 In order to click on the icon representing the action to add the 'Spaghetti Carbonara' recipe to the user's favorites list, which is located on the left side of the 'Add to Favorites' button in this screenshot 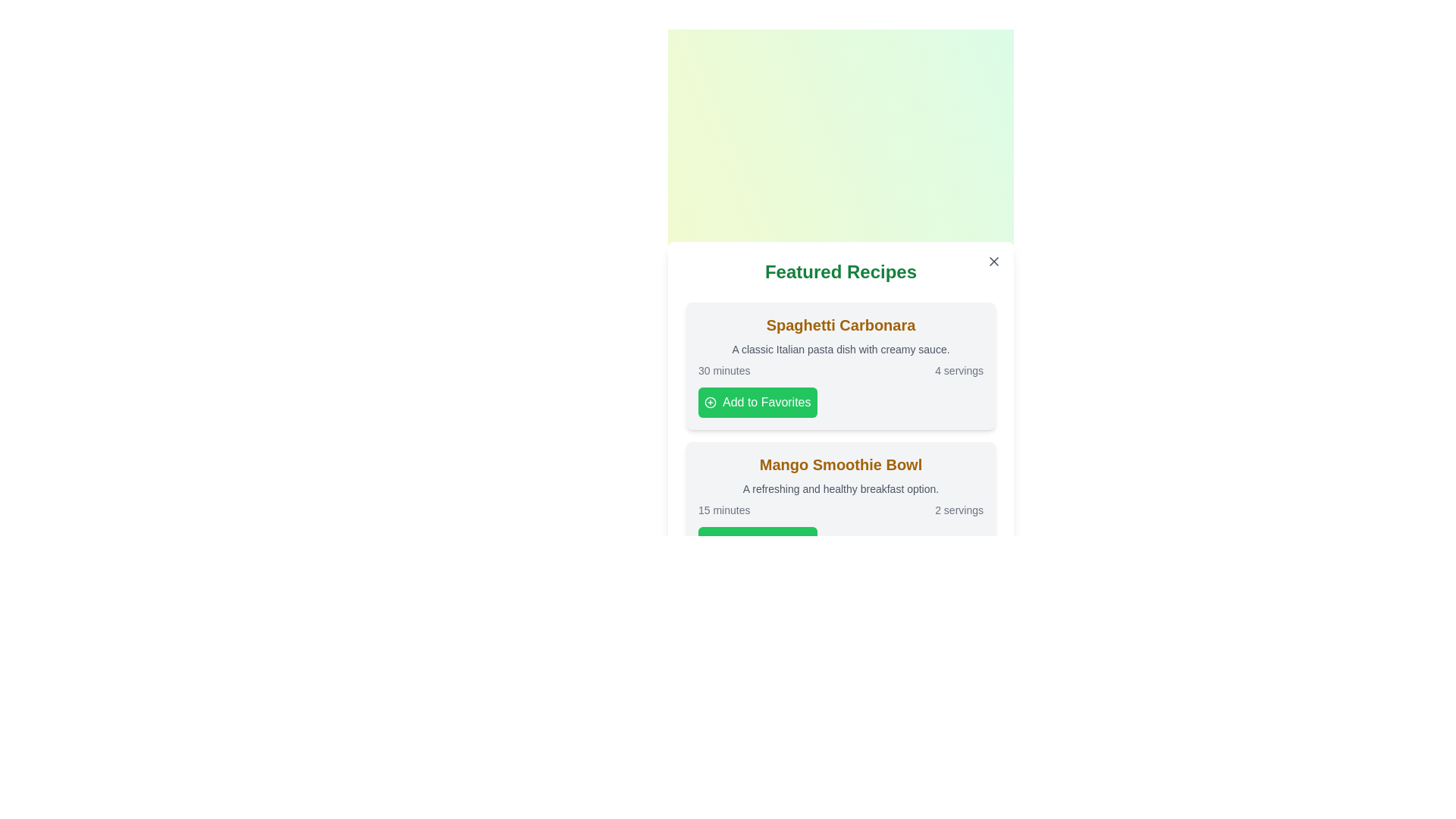, I will do `click(709, 402)`.